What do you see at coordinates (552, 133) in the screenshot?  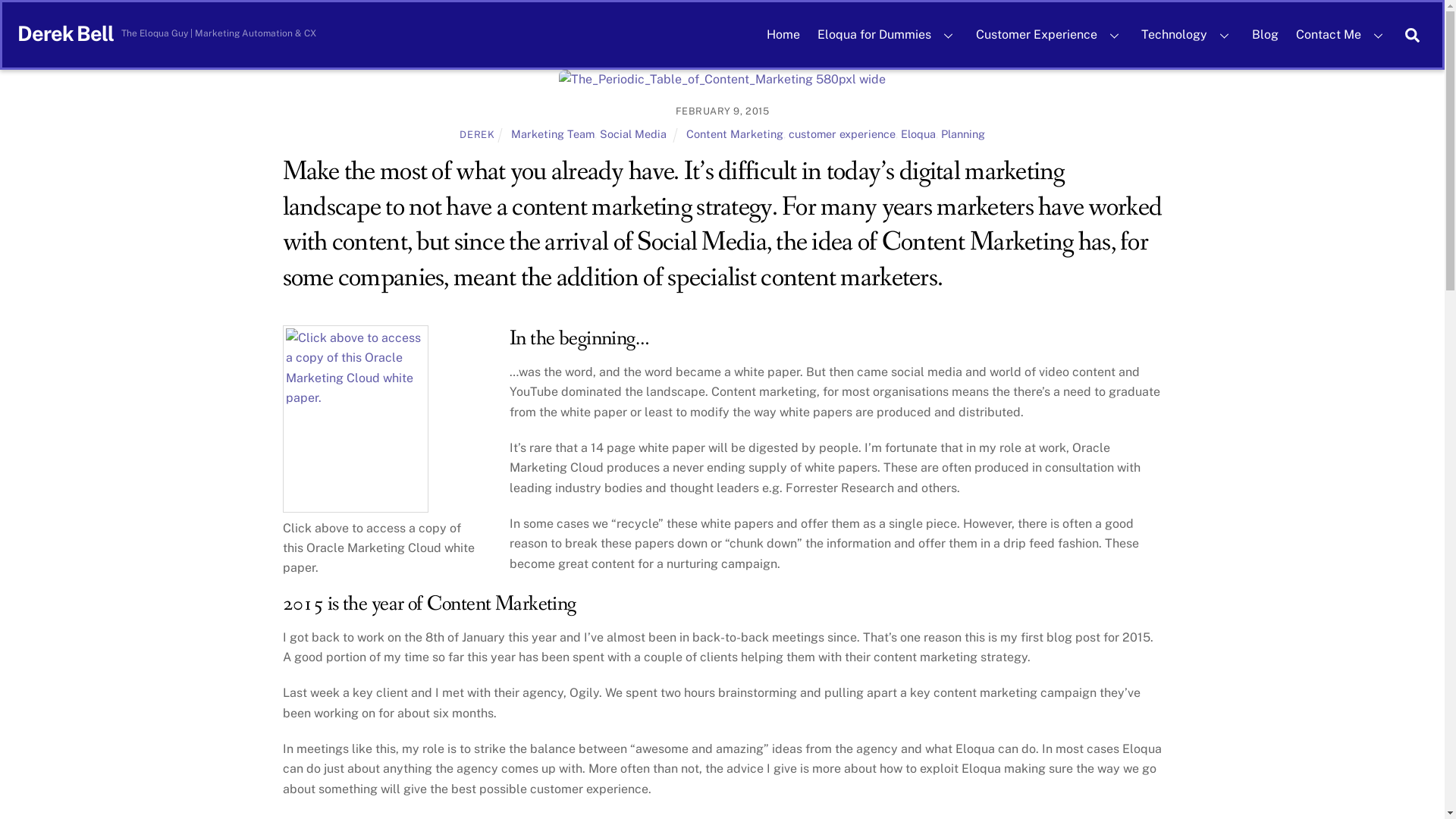 I see `'Marketing Team'` at bounding box center [552, 133].